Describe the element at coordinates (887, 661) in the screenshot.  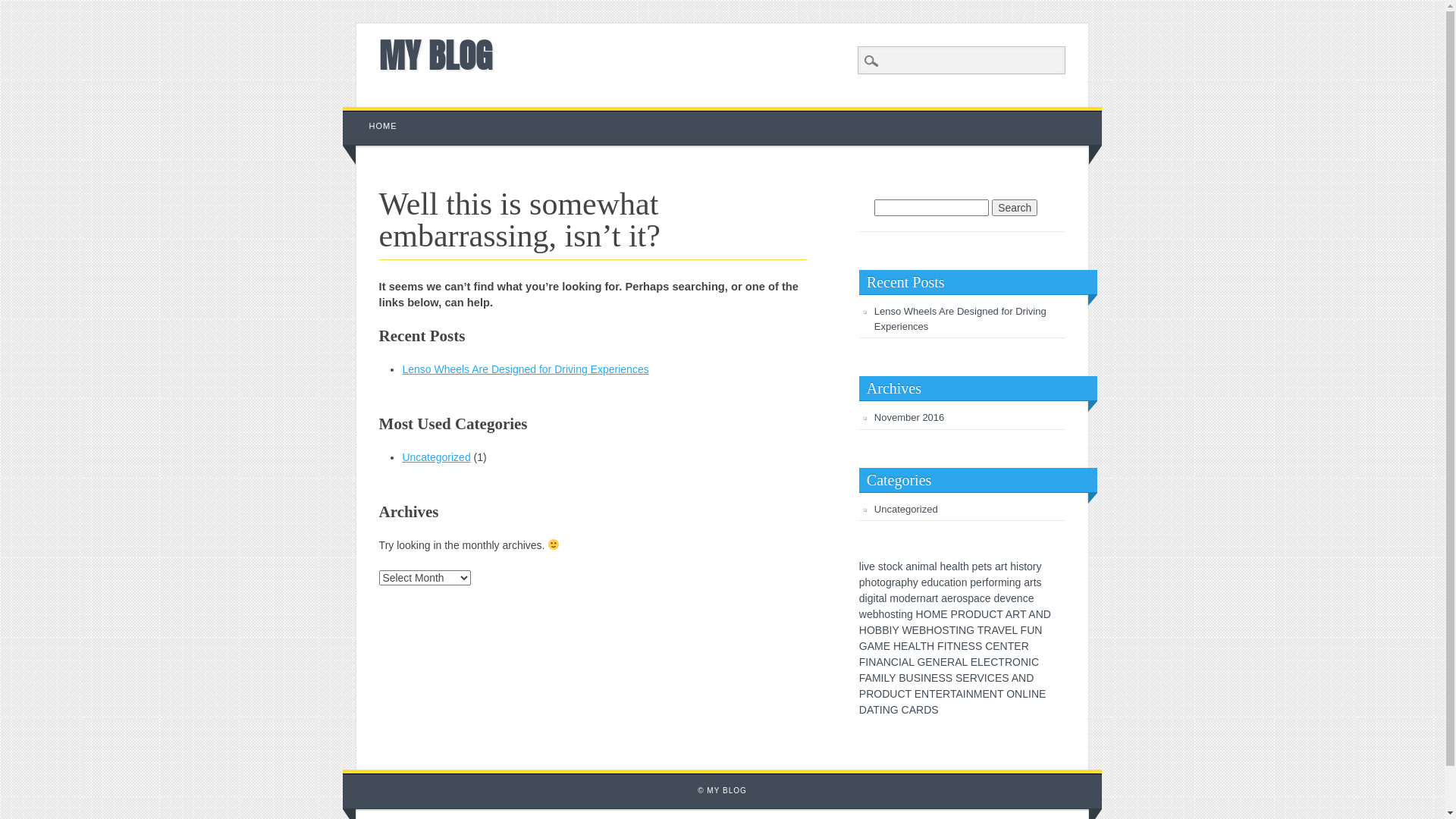
I see `'N'` at that location.